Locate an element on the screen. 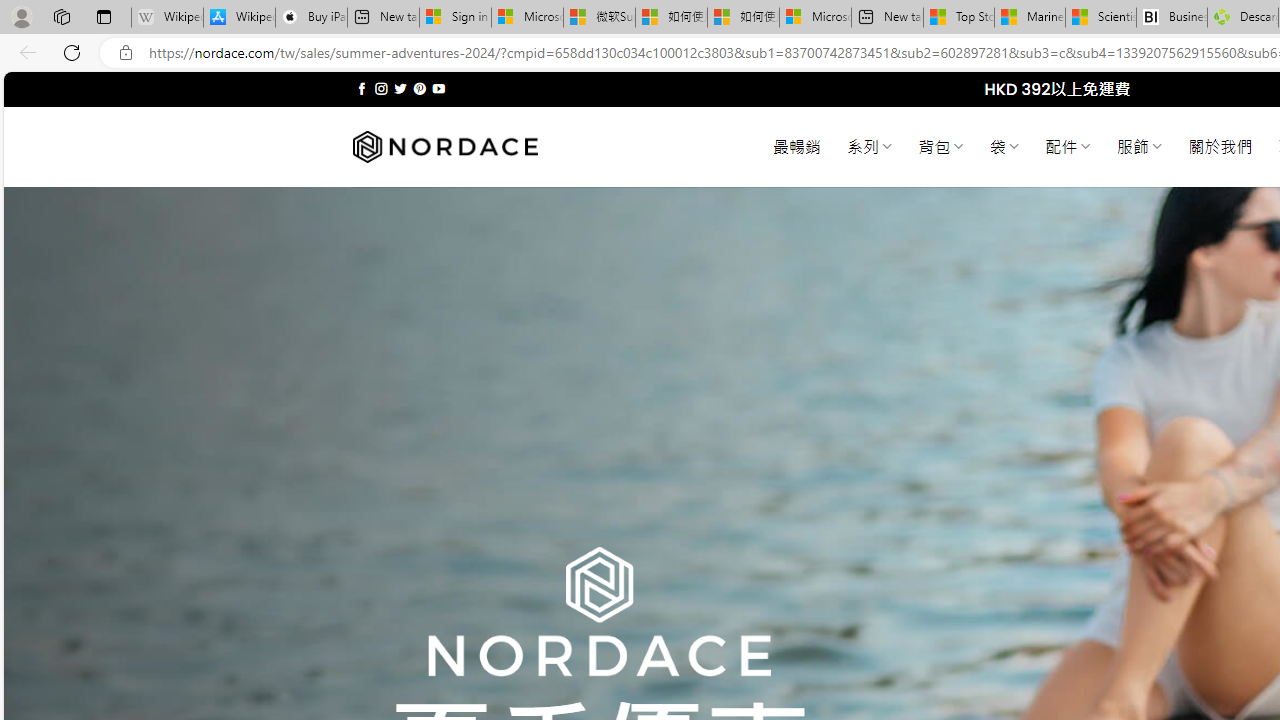  'Buy iPad - Apple' is located at coordinates (310, 17).